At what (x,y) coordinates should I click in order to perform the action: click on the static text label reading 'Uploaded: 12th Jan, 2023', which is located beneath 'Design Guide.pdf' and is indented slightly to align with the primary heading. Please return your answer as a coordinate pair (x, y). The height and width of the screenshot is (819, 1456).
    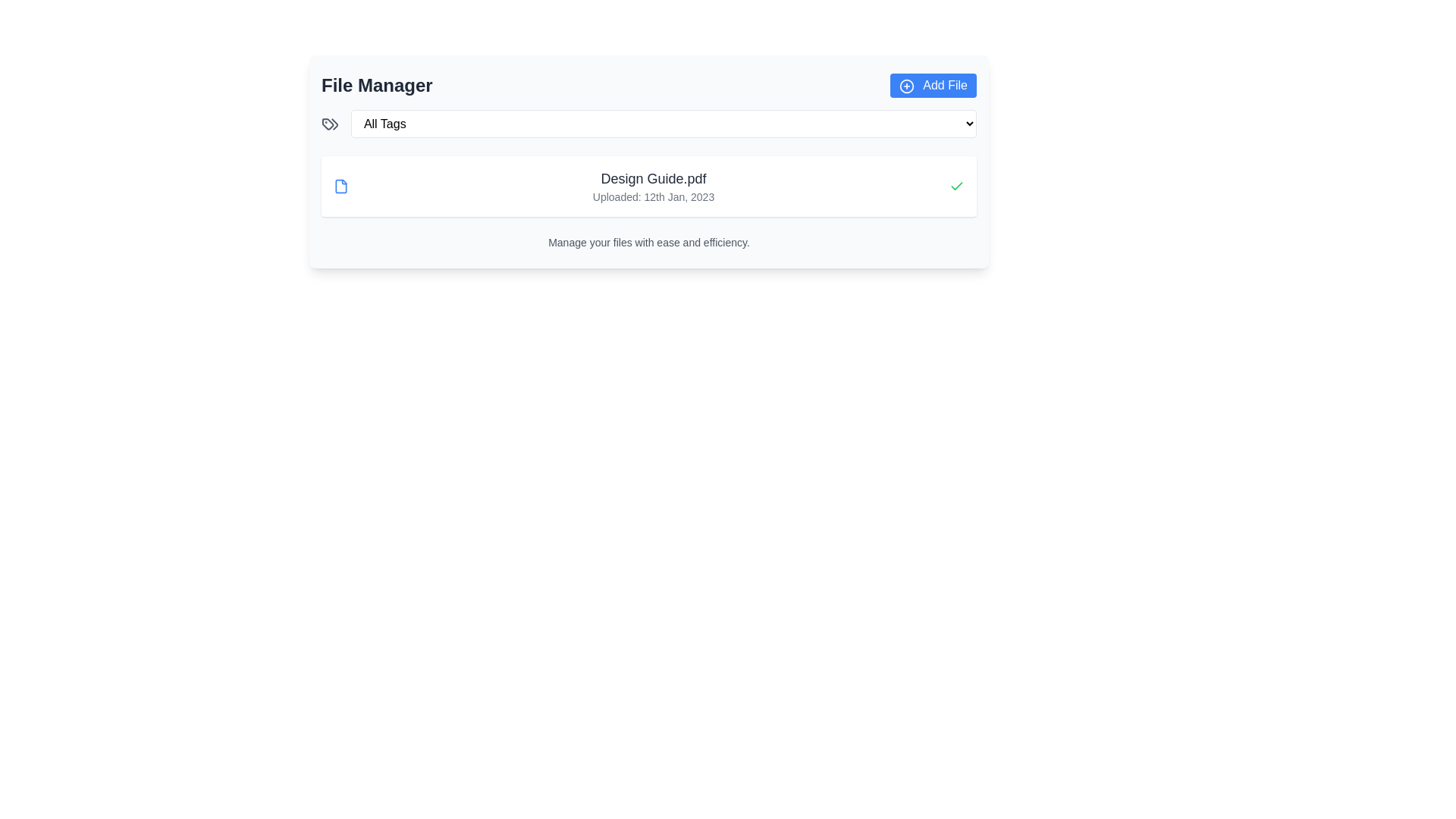
    Looking at the image, I should click on (654, 196).